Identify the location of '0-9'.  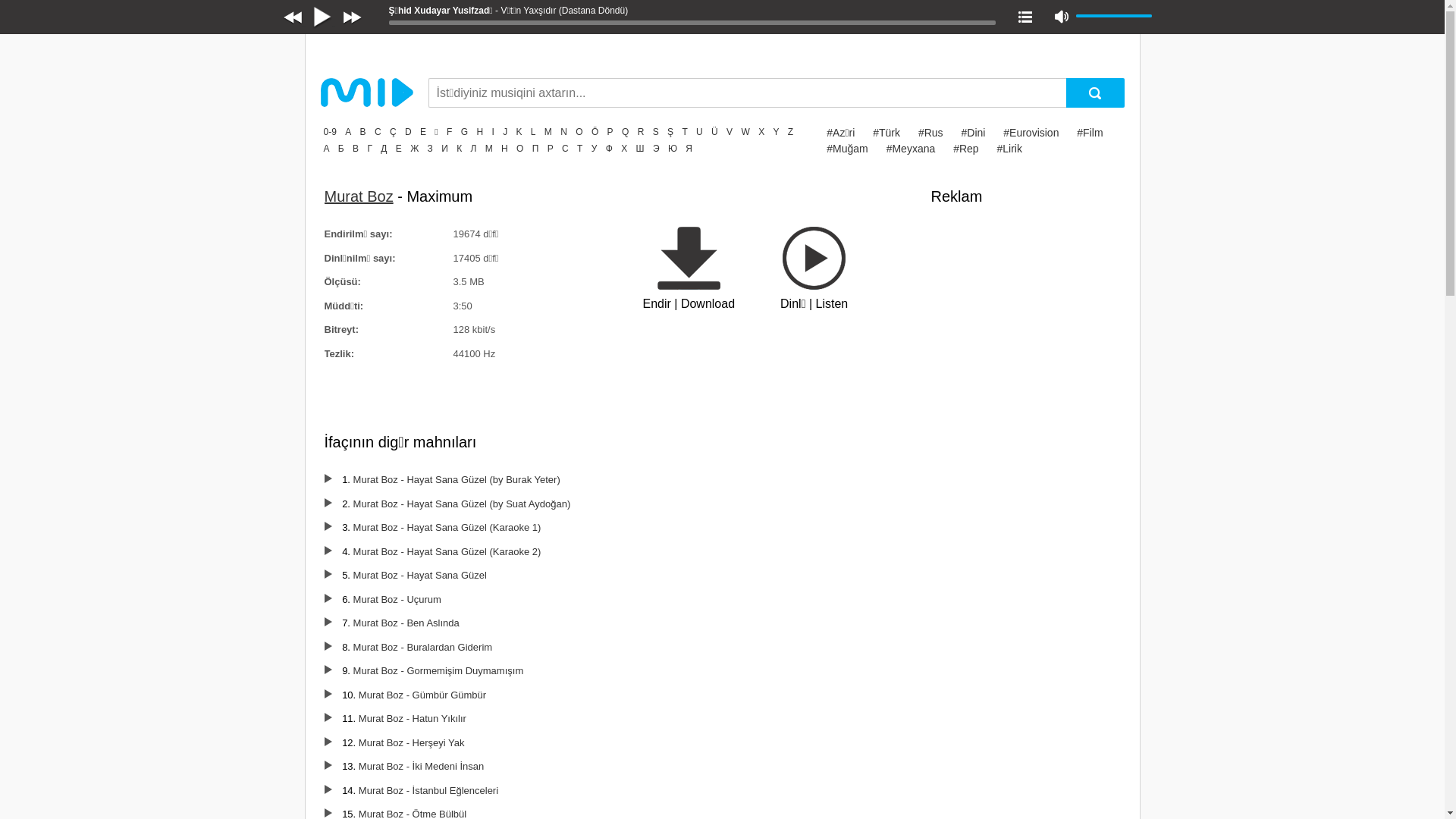
(328, 130).